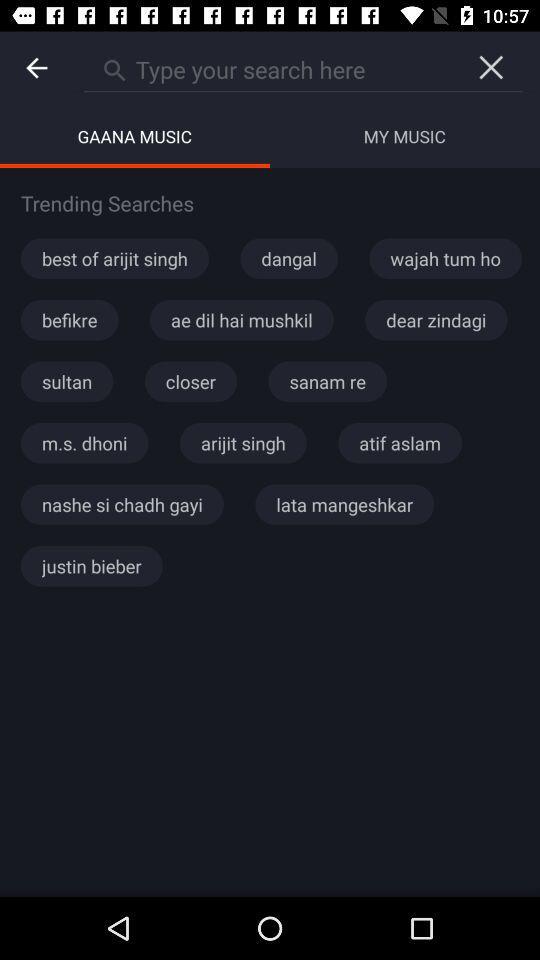  I want to click on the item above m.s. dhoni app, so click(67, 380).